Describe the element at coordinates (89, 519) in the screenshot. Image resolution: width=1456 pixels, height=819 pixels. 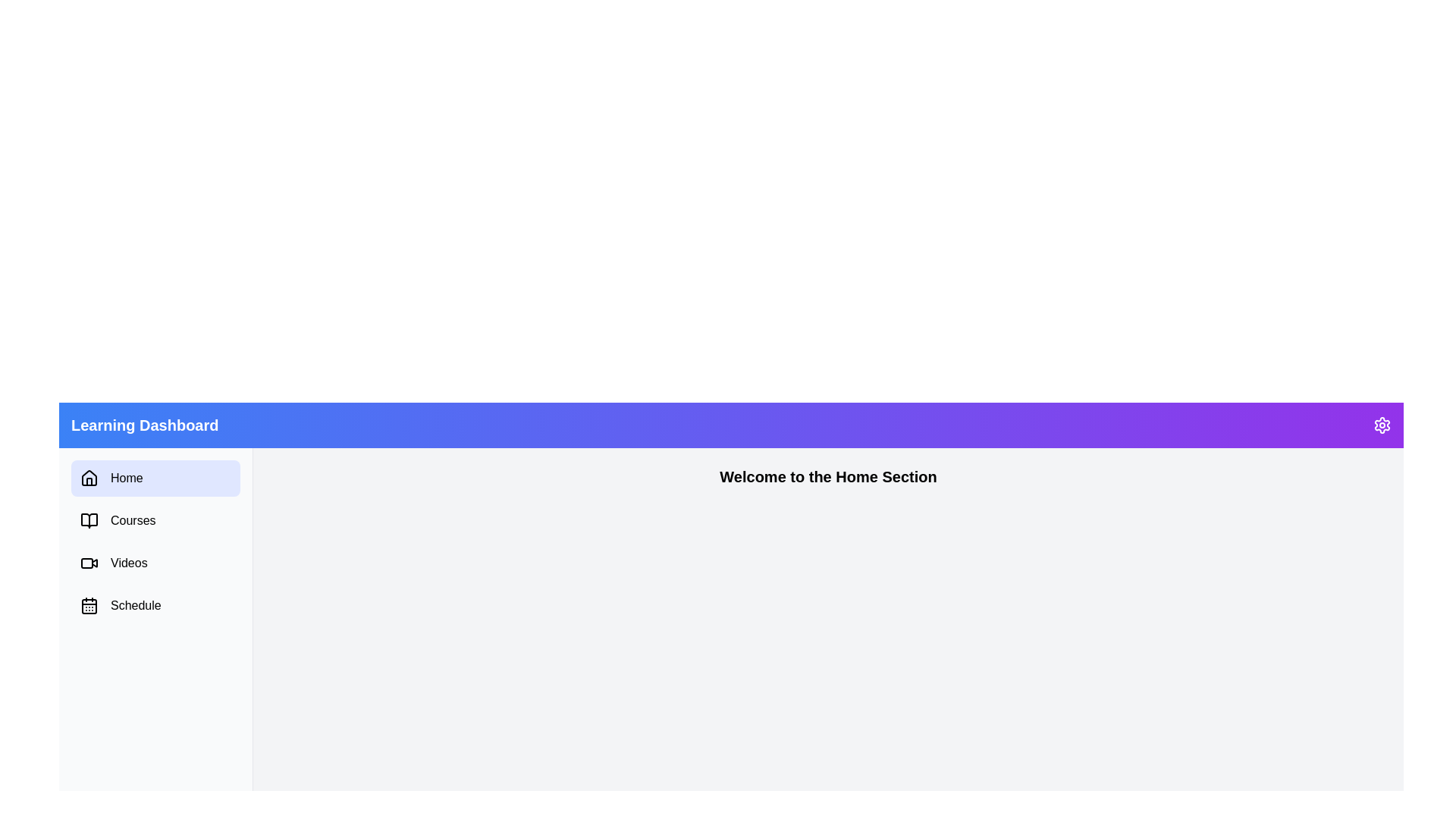
I see `the decorative icon for the 'Courses' menu item located in the side navigation panel, positioned to the left of the 'Courses' text` at that location.